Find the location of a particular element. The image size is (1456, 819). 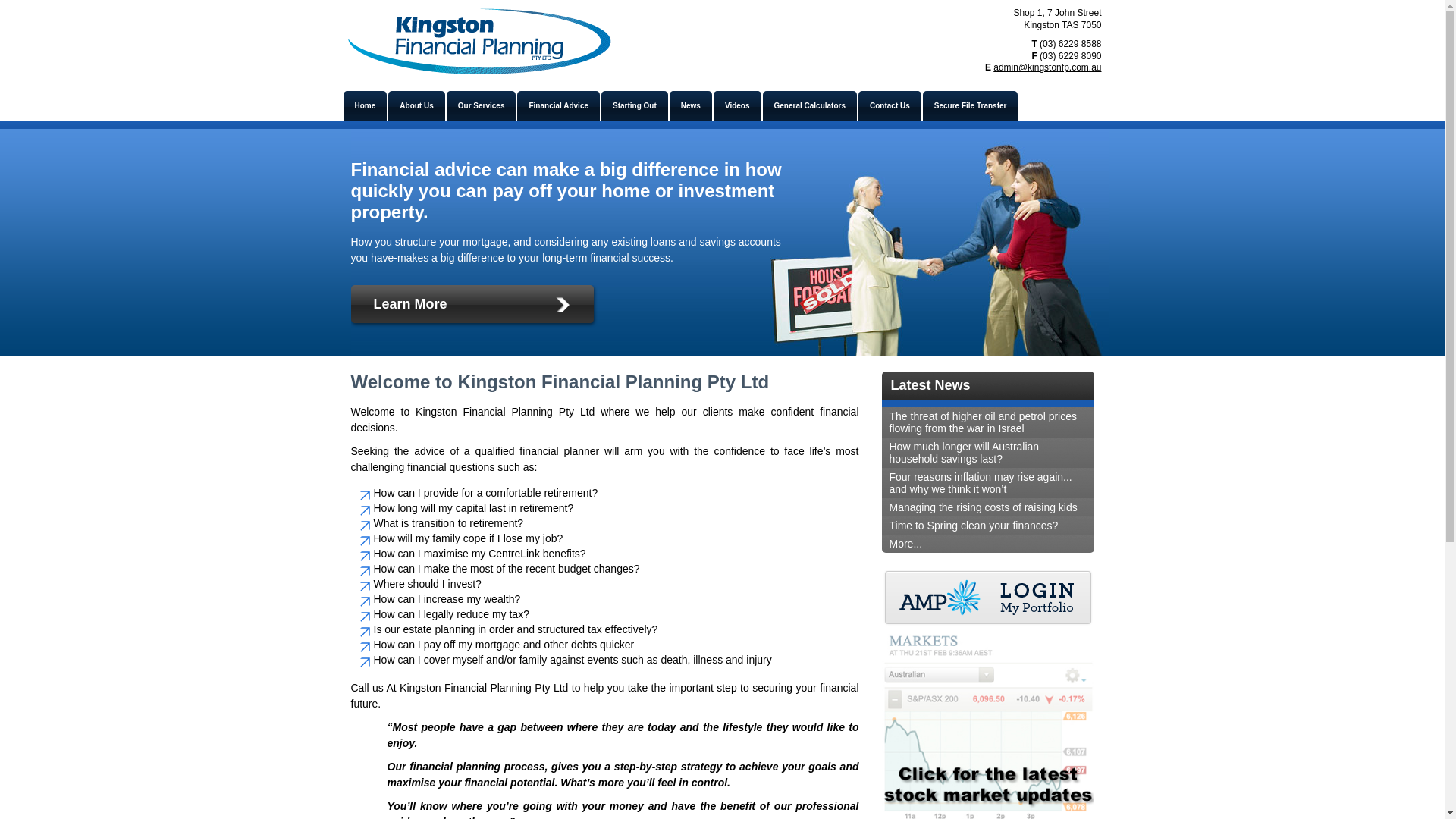

'Secure File Transfer' is located at coordinates (922, 105).